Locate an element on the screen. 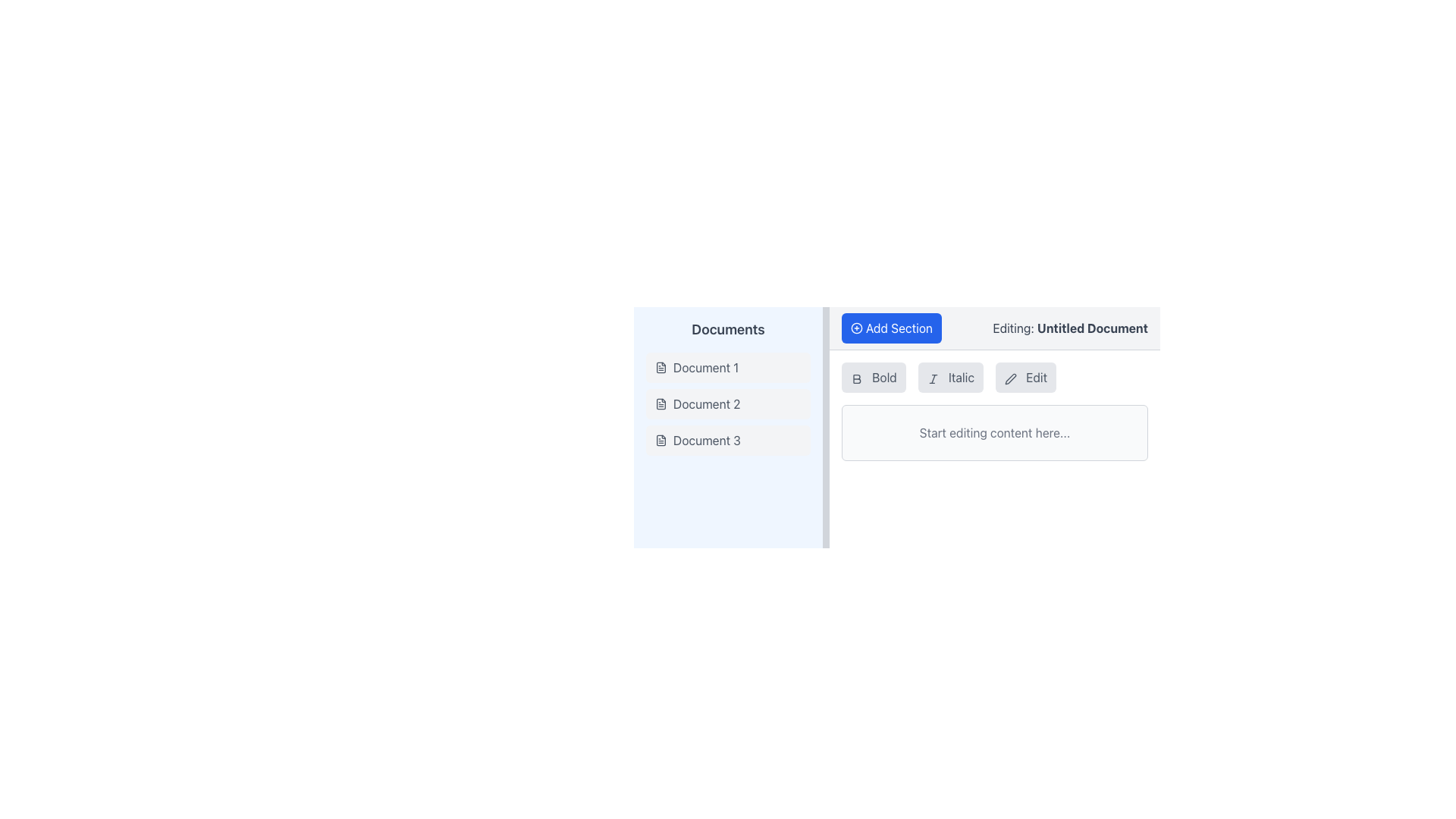 The width and height of the screenshot is (1456, 819). the toggle button for bold styling in the text editing environment is located at coordinates (874, 376).